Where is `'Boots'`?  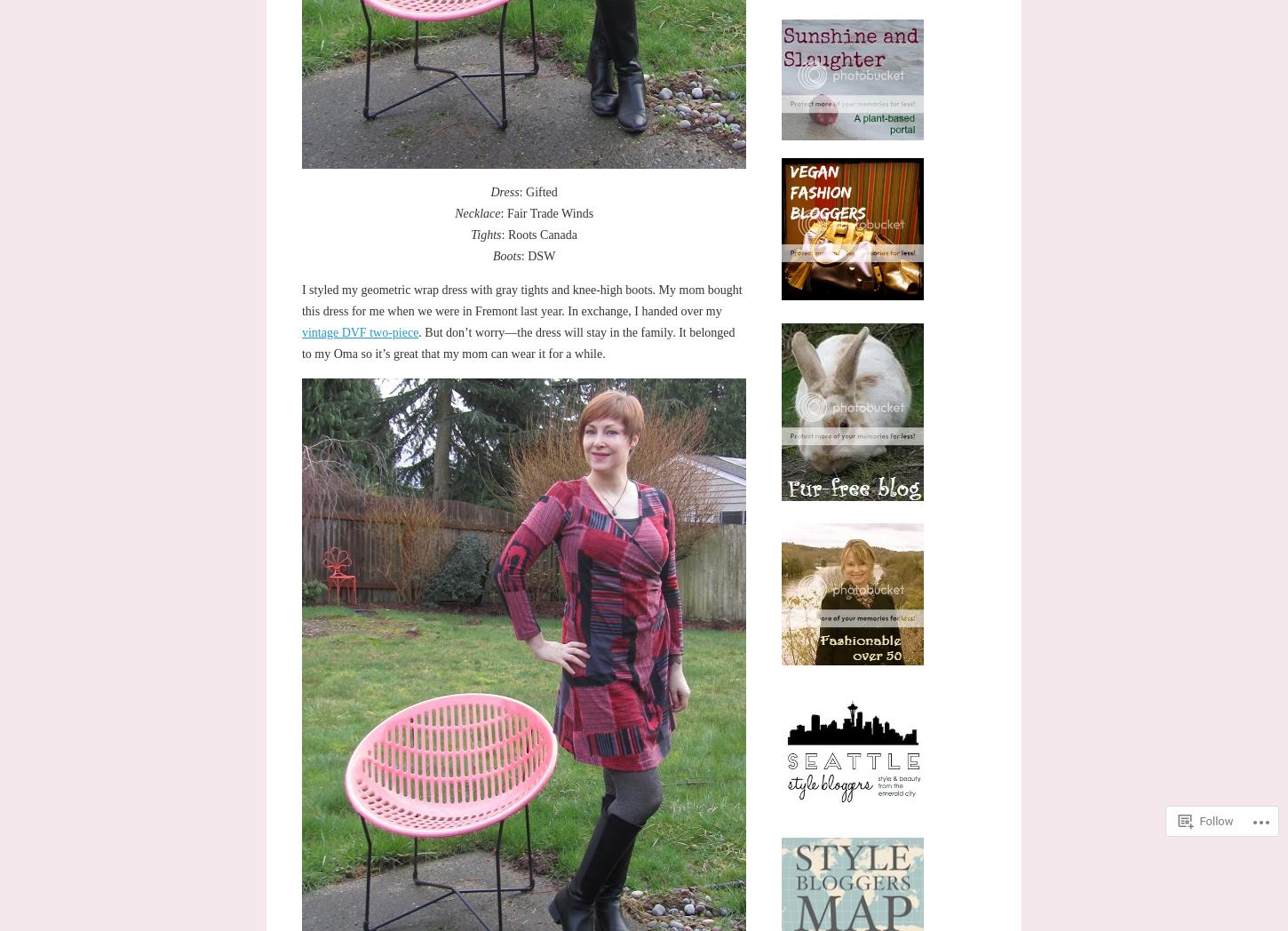
'Boots' is located at coordinates (505, 254).